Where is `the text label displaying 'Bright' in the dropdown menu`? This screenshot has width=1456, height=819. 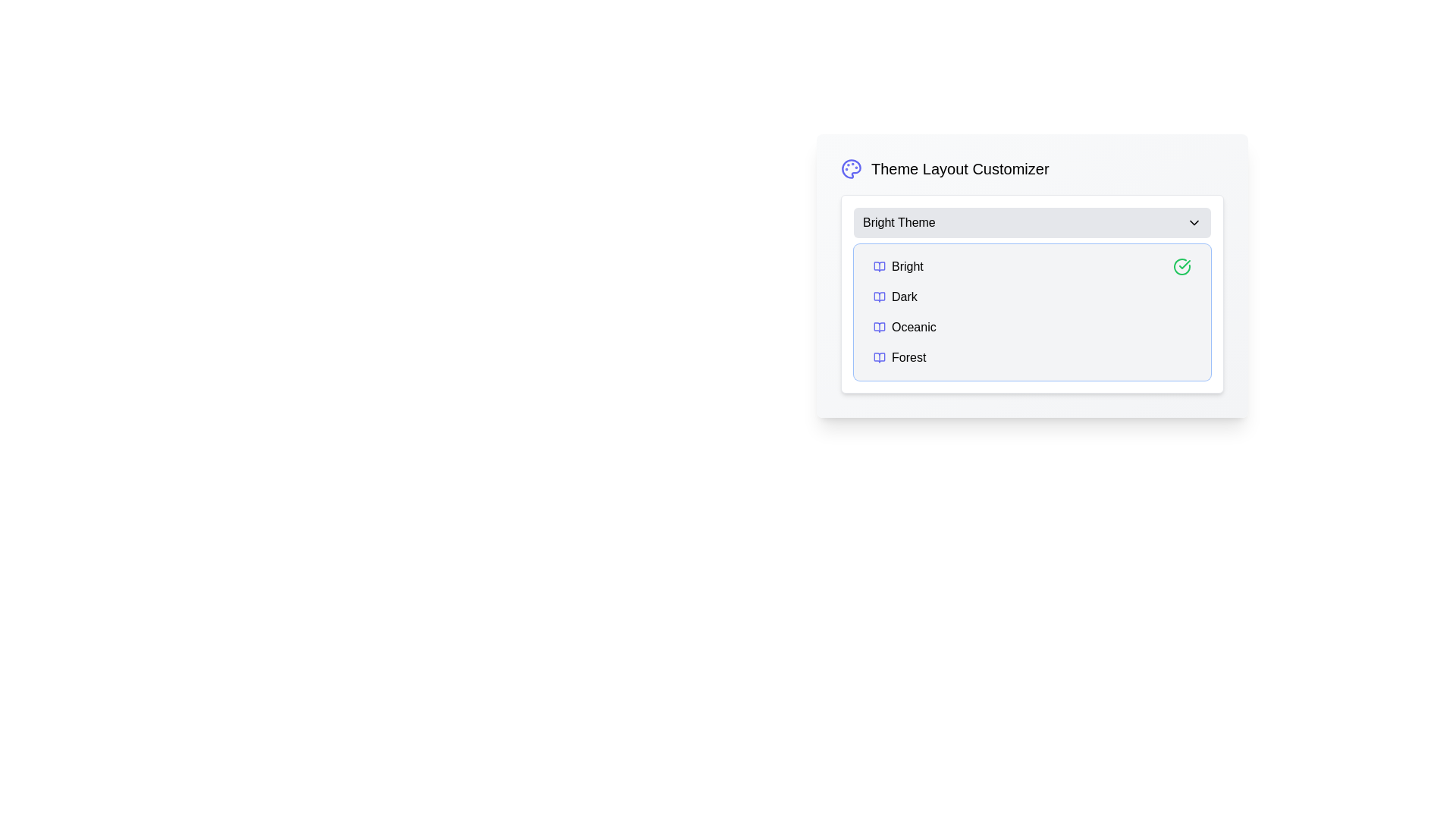
the text label displaying 'Bright' in the dropdown menu is located at coordinates (907, 265).